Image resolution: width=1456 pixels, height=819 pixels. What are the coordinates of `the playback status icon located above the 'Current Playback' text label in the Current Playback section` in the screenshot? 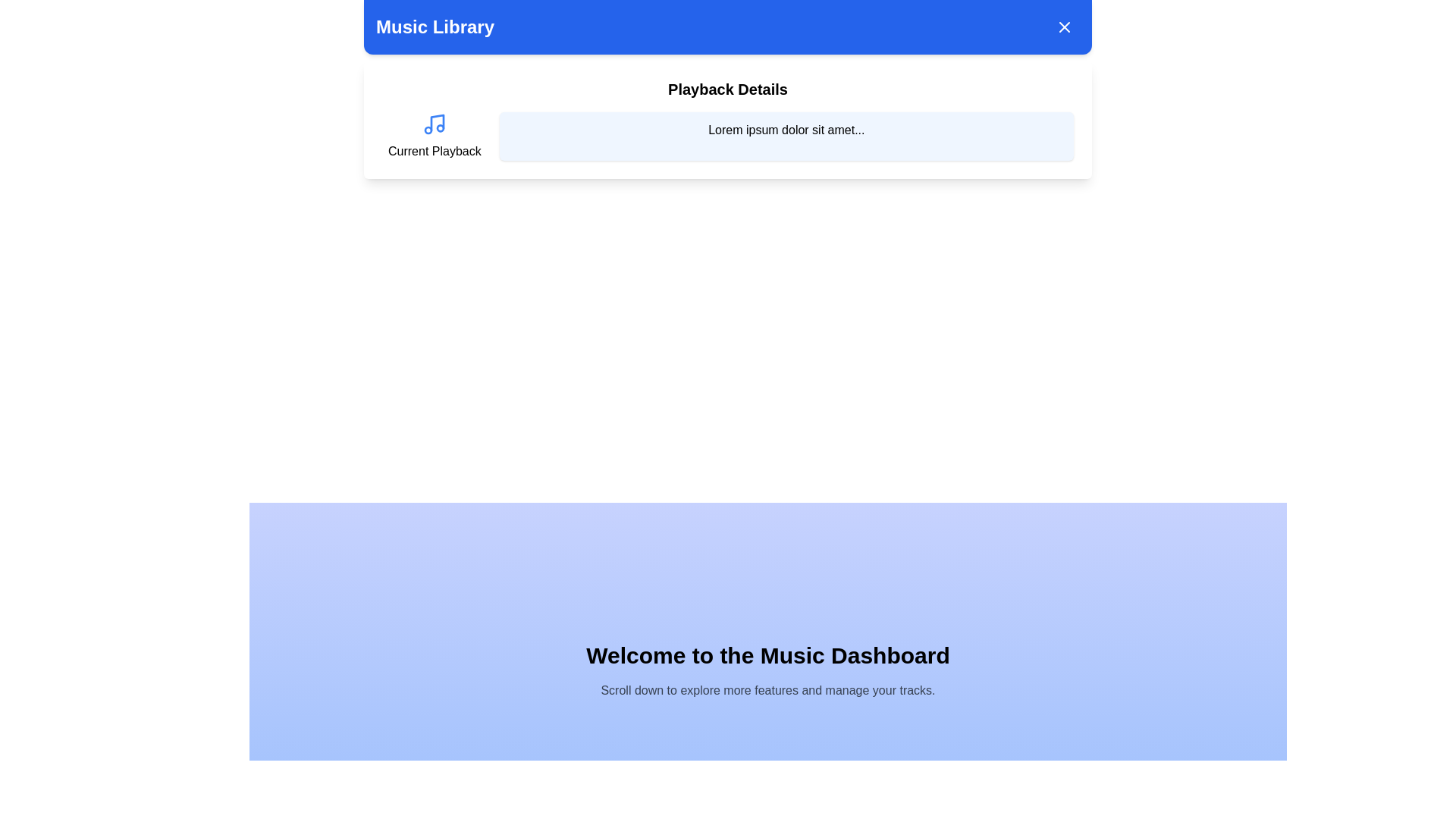 It's located at (434, 124).